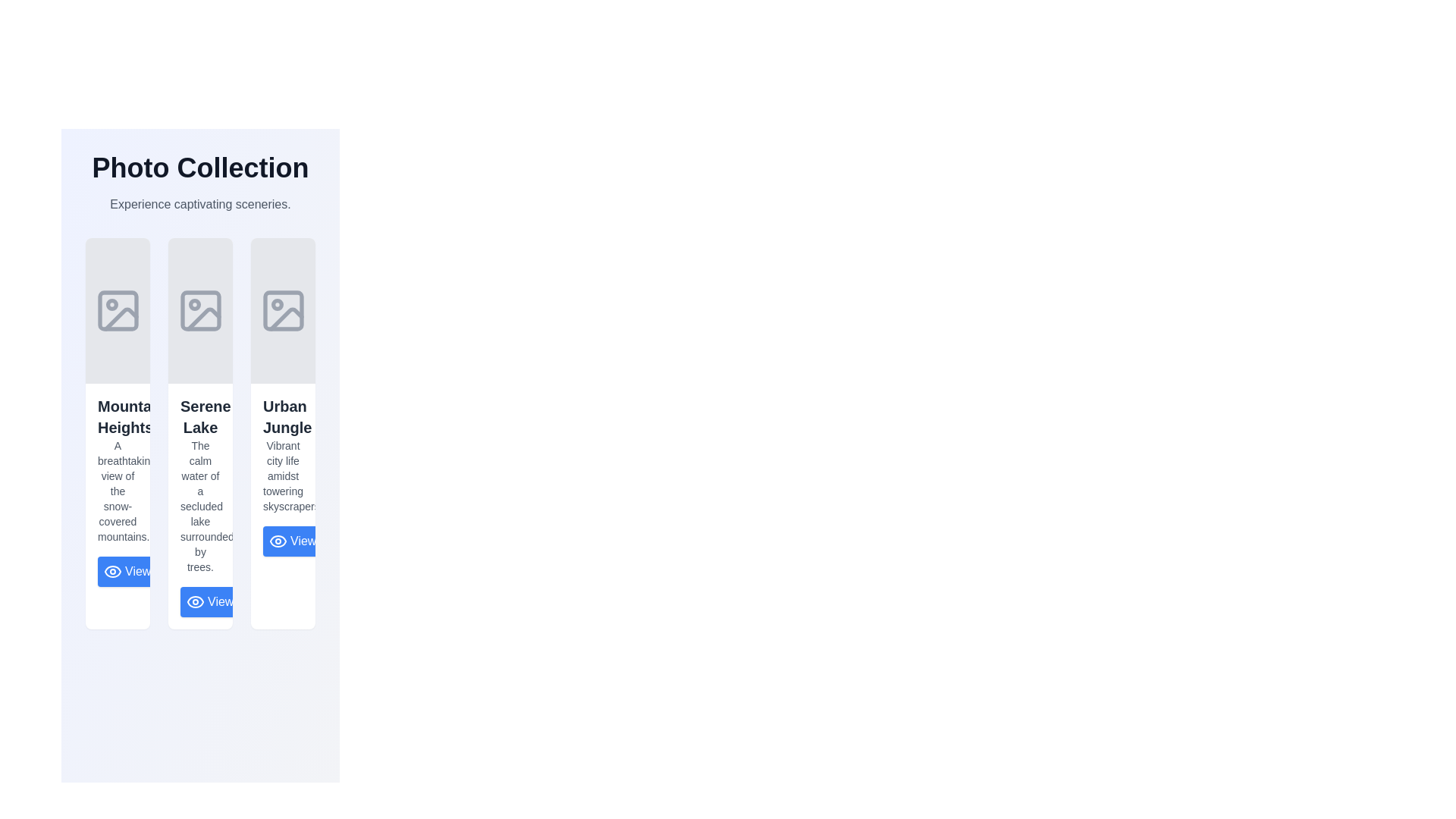 The width and height of the screenshot is (1456, 819). Describe the element at coordinates (293, 540) in the screenshot. I see `the 'View' button located at the bottom of the 'Urban Jungle' card` at that location.